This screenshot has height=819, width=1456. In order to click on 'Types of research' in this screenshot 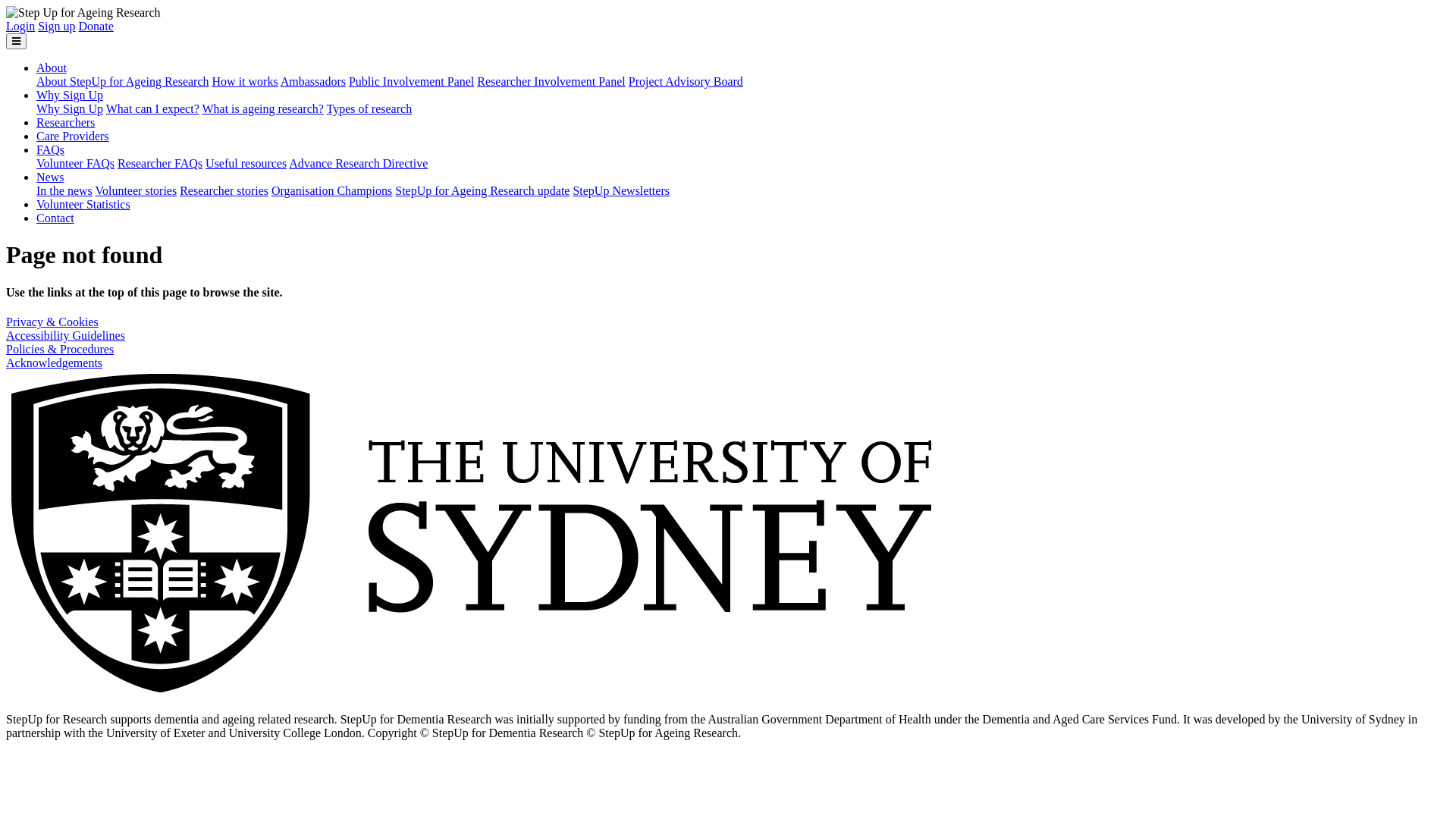, I will do `click(326, 108)`.